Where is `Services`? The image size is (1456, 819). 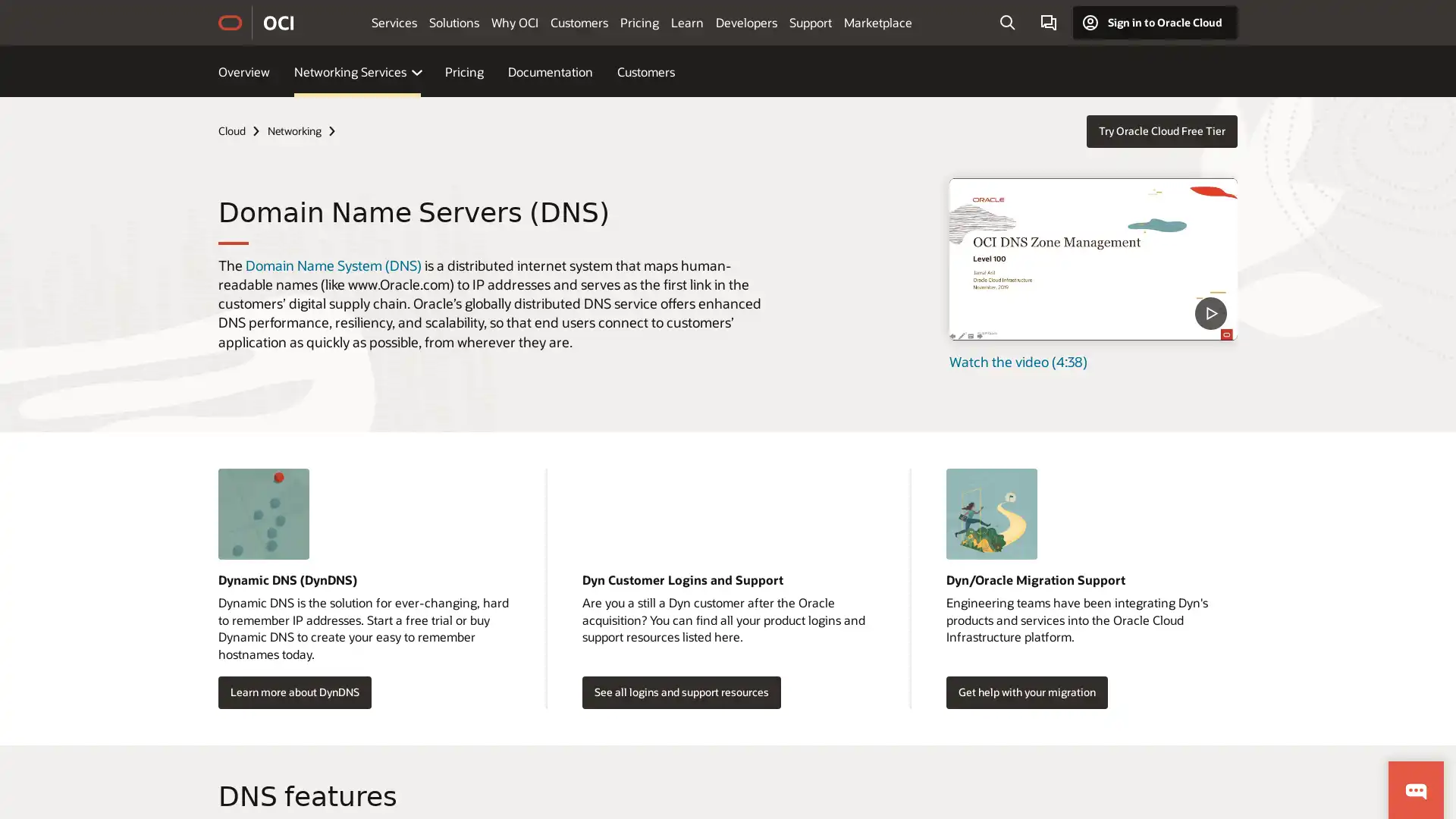
Services is located at coordinates (394, 22).